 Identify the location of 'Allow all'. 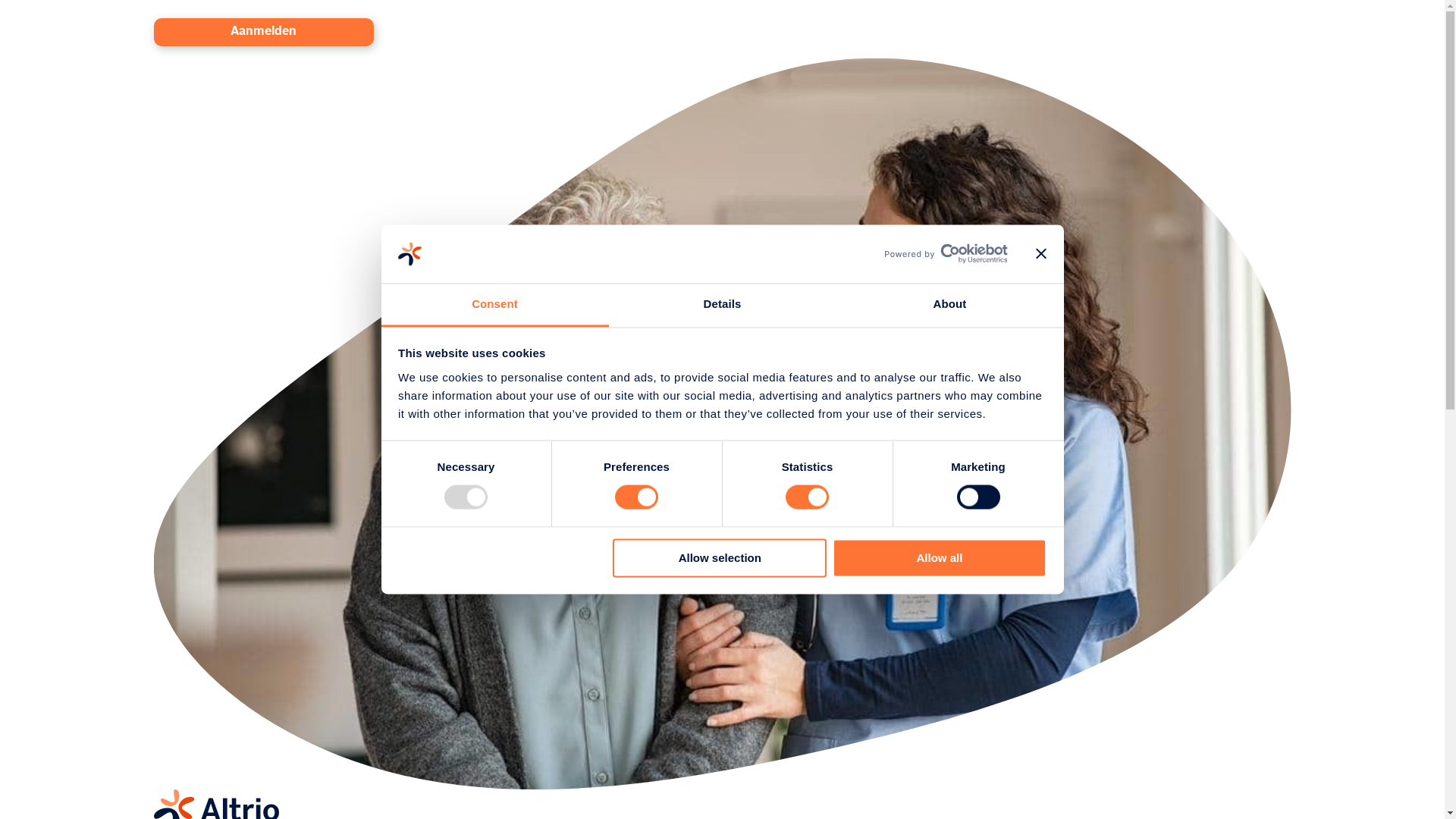
(938, 557).